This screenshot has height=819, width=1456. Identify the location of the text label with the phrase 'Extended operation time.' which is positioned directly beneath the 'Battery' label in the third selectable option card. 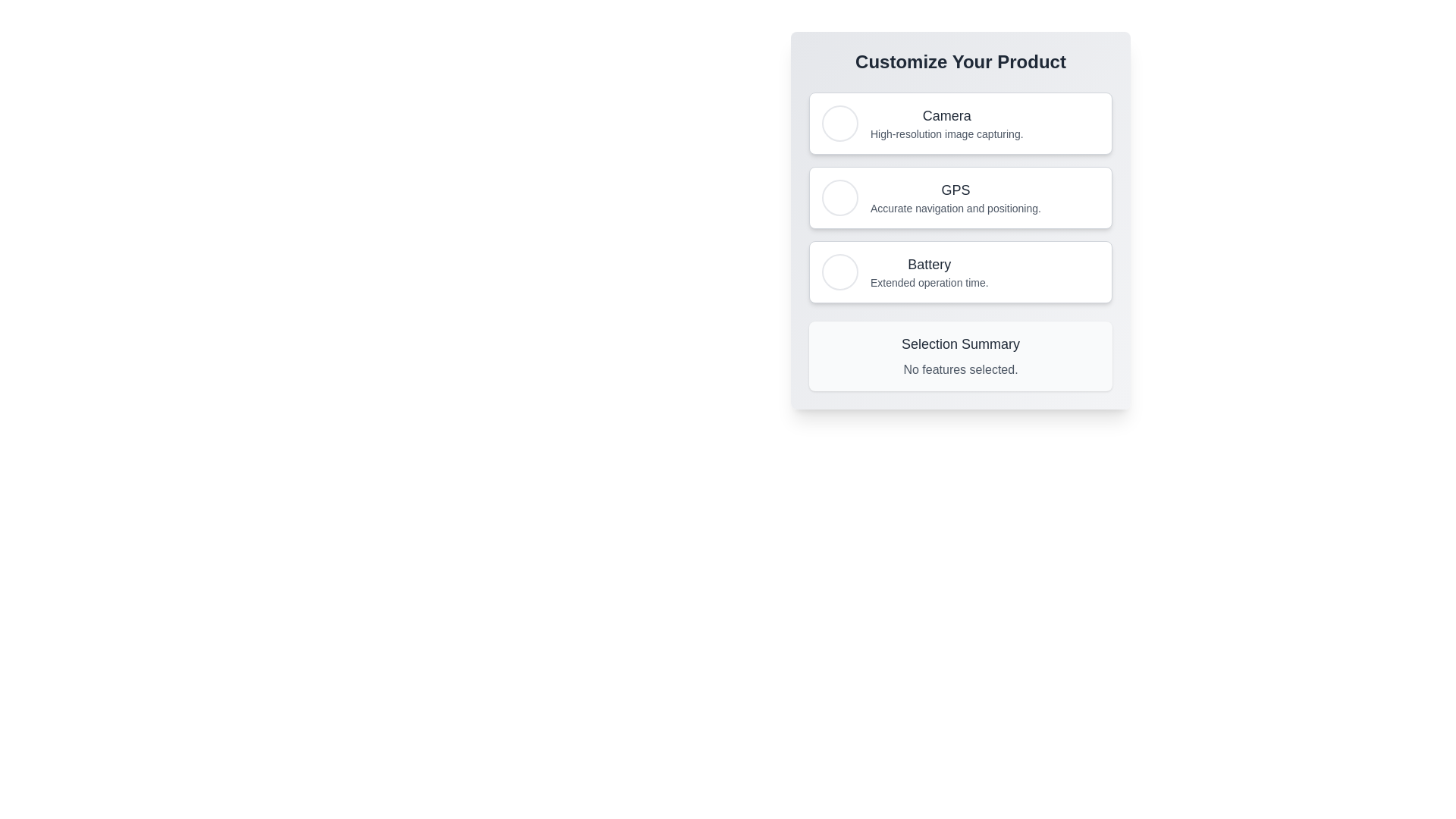
(928, 283).